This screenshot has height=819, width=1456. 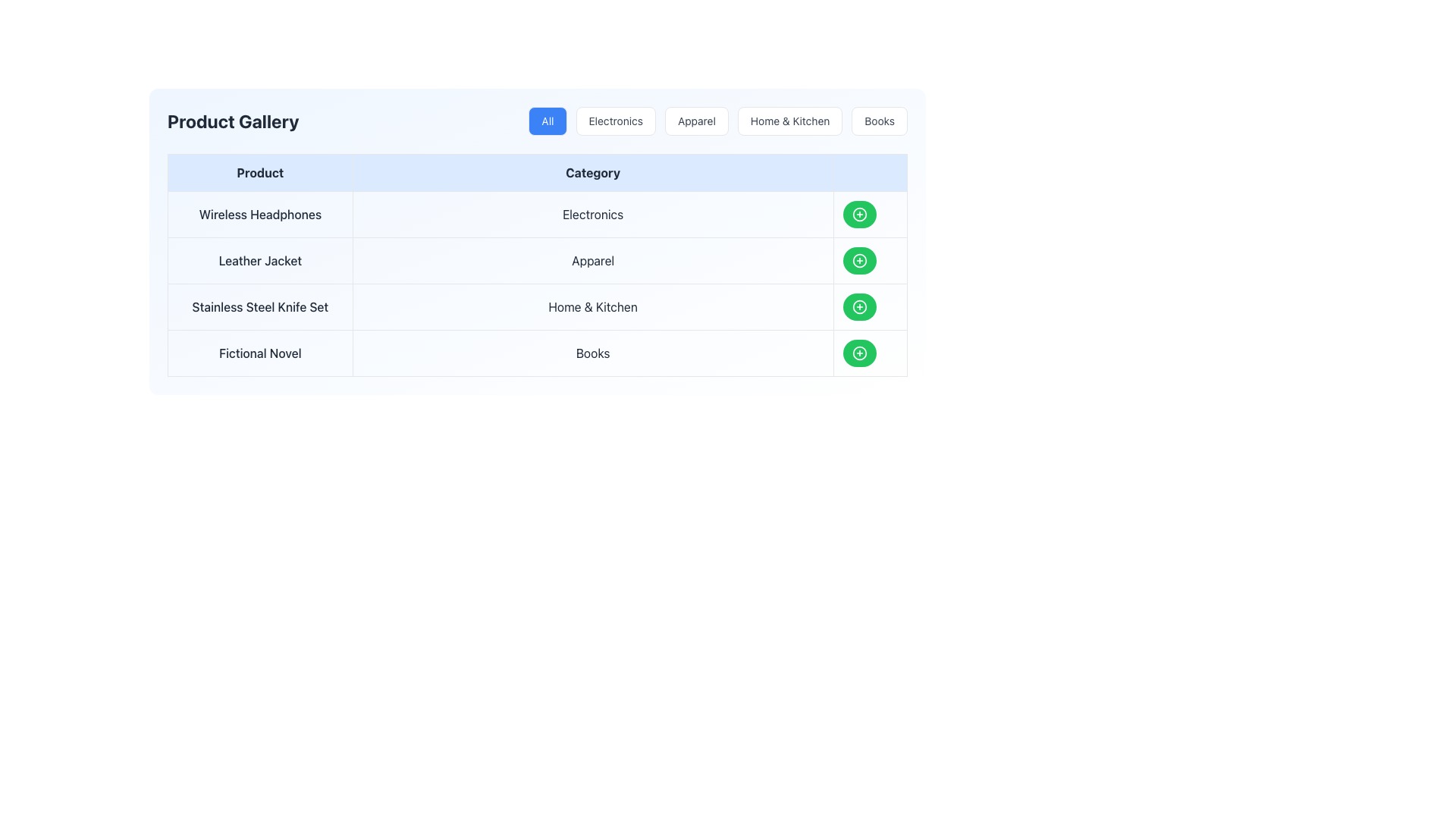 I want to click on the Text label identifying the product name in the second row of the grid layout under the 'Product' column header, which is the first text item in this row, so click(x=260, y=259).